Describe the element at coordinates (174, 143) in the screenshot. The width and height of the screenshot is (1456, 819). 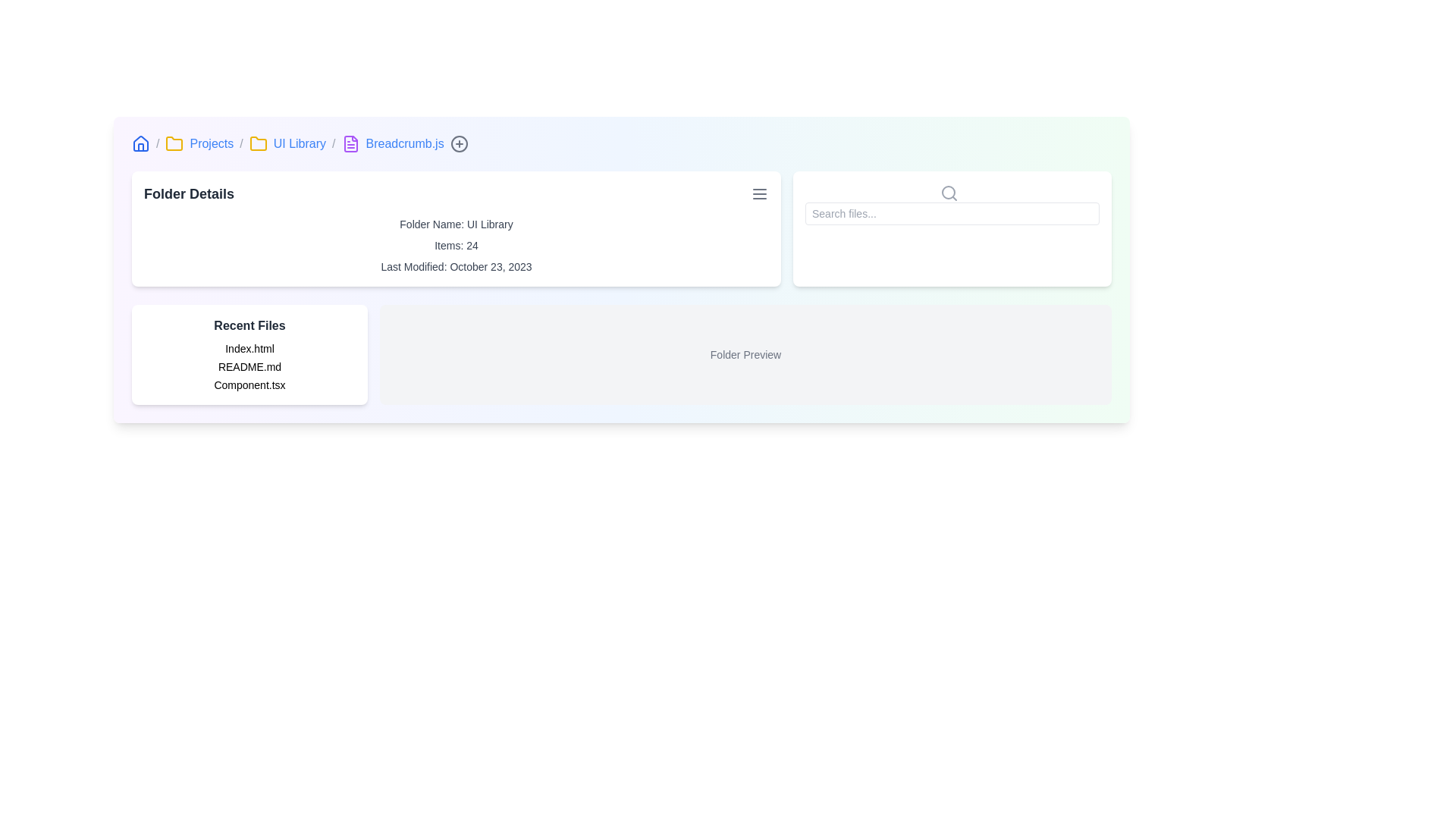
I see `the graphical icon representing a folder with a yellow outline located in the breadcrumb navigation bar after the 'Projects' label` at that location.